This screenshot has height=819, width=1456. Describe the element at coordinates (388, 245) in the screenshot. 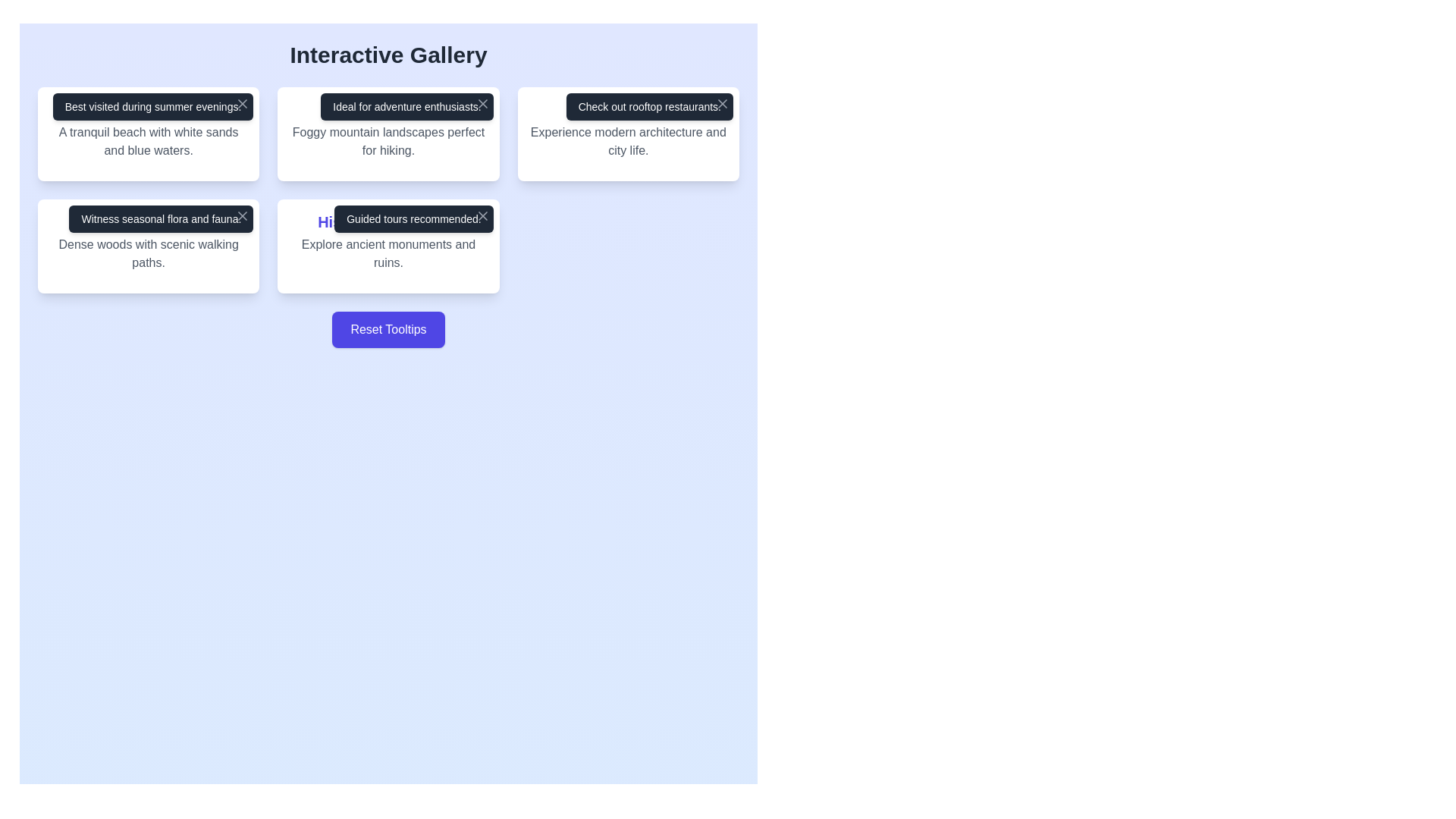

I see `the informational card that provides users with details about historic landmarks, located in the second row and second column of the grid layout, below 'Foggy mountain landscapes perfect for hiking.' and to the right of 'Dense woods with scenic walking paths.'` at that location.